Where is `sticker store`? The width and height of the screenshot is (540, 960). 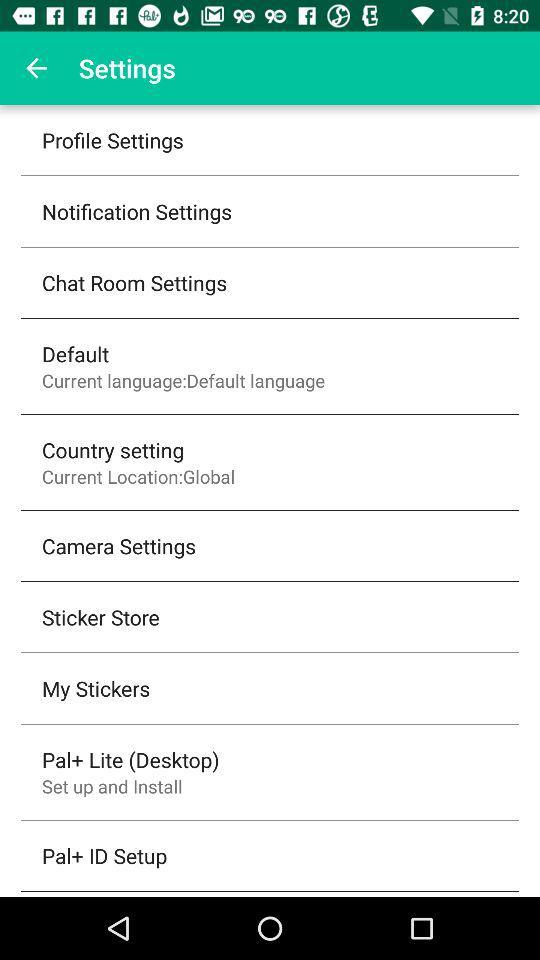 sticker store is located at coordinates (99, 616).